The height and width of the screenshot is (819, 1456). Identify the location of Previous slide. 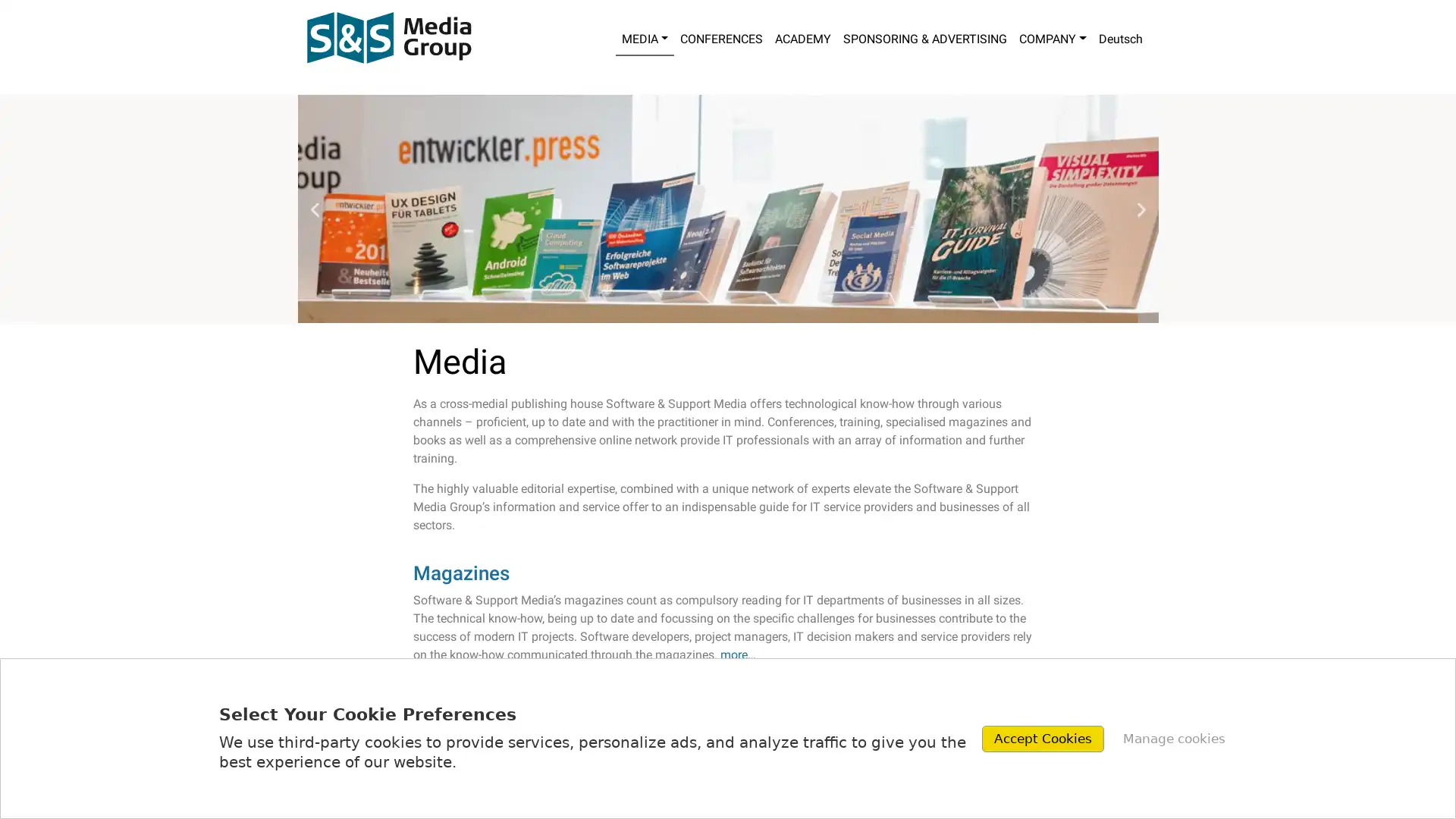
(313, 209).